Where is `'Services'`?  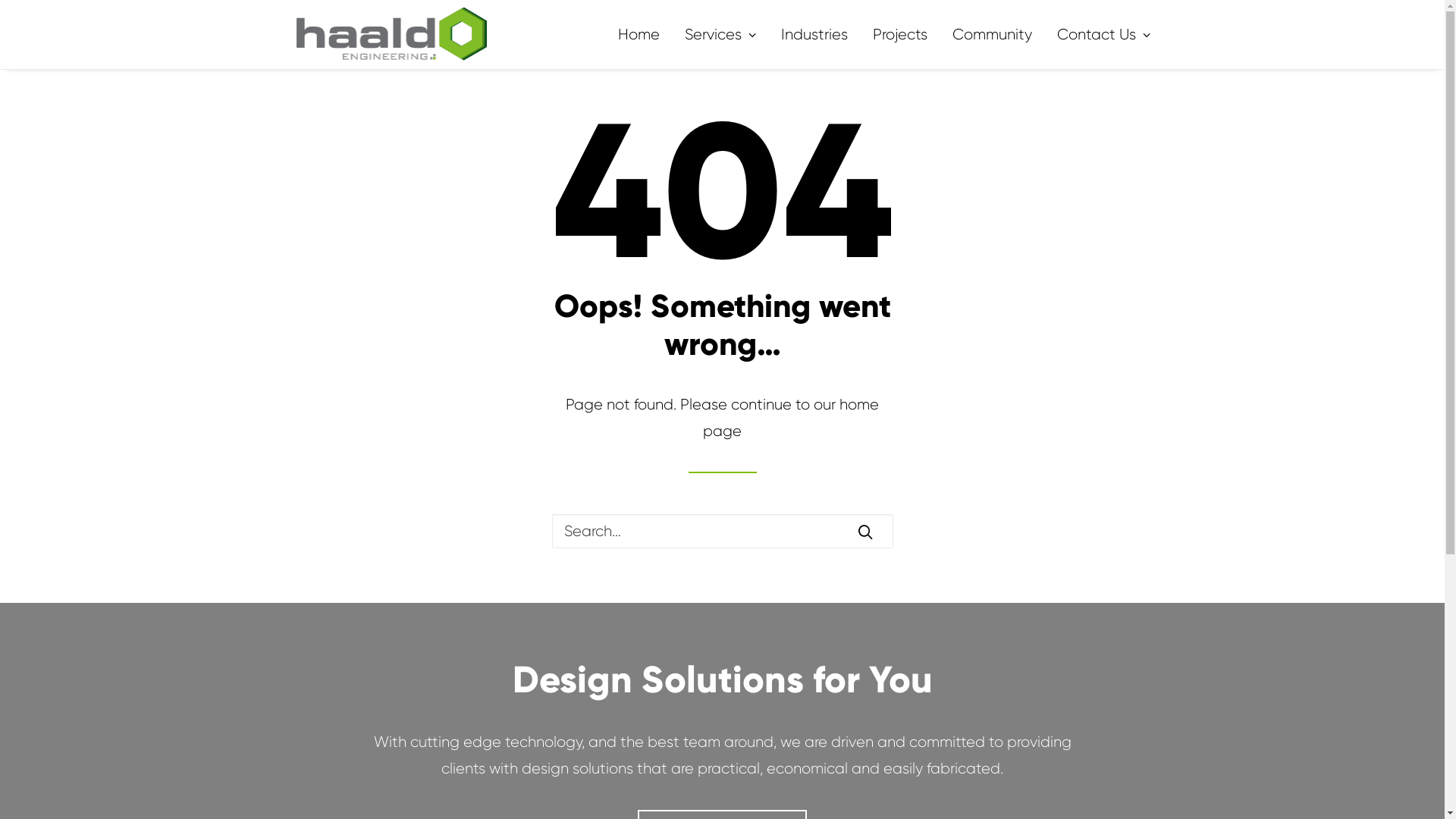
'Services' is located at coordinates (719, 34).